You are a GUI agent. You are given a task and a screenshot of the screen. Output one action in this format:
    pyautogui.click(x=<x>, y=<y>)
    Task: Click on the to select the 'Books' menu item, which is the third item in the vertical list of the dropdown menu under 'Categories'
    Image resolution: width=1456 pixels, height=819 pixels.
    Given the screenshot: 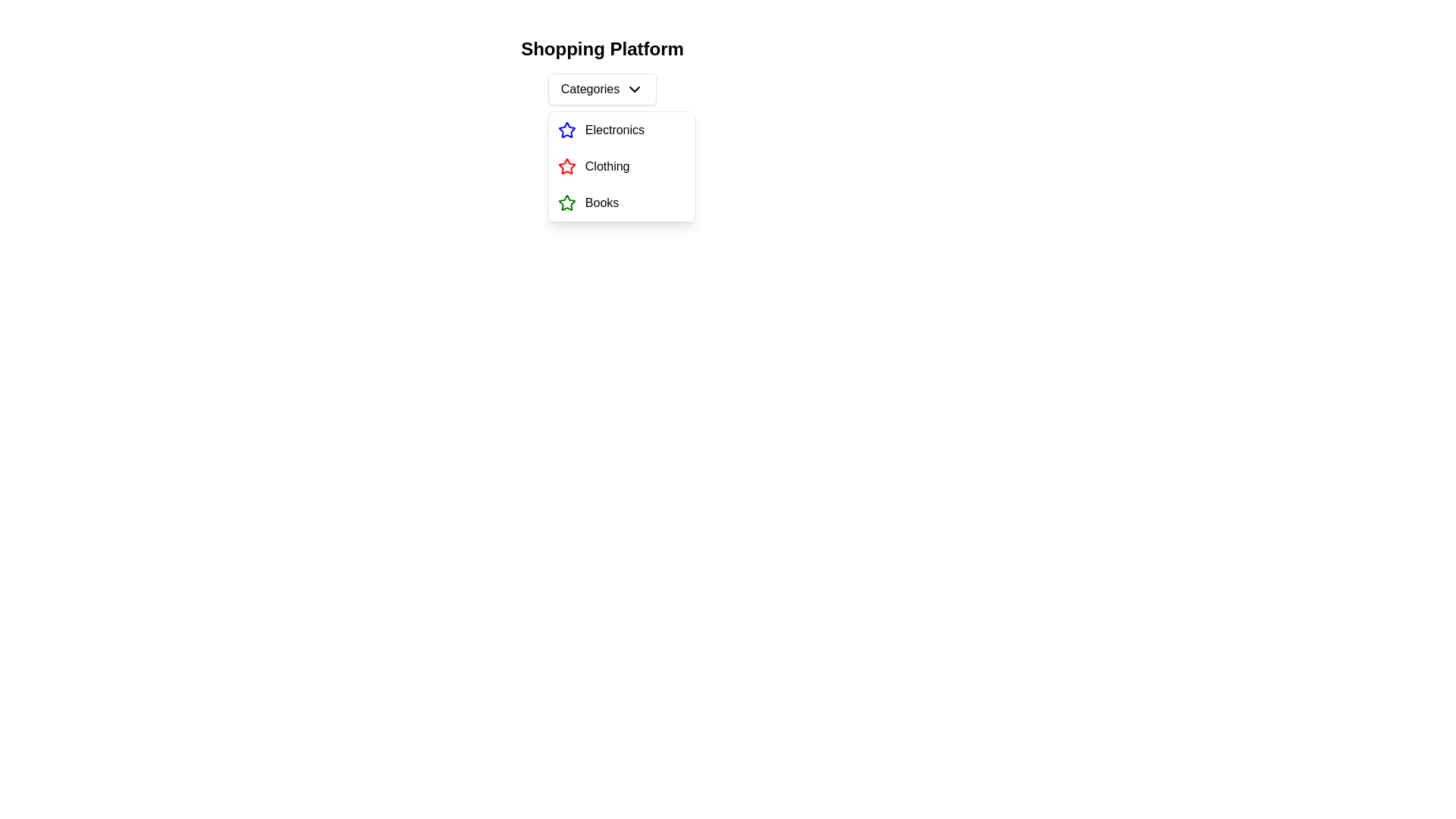 What is the action you would take?
    pyautogui.click(x=621, y=202)
    